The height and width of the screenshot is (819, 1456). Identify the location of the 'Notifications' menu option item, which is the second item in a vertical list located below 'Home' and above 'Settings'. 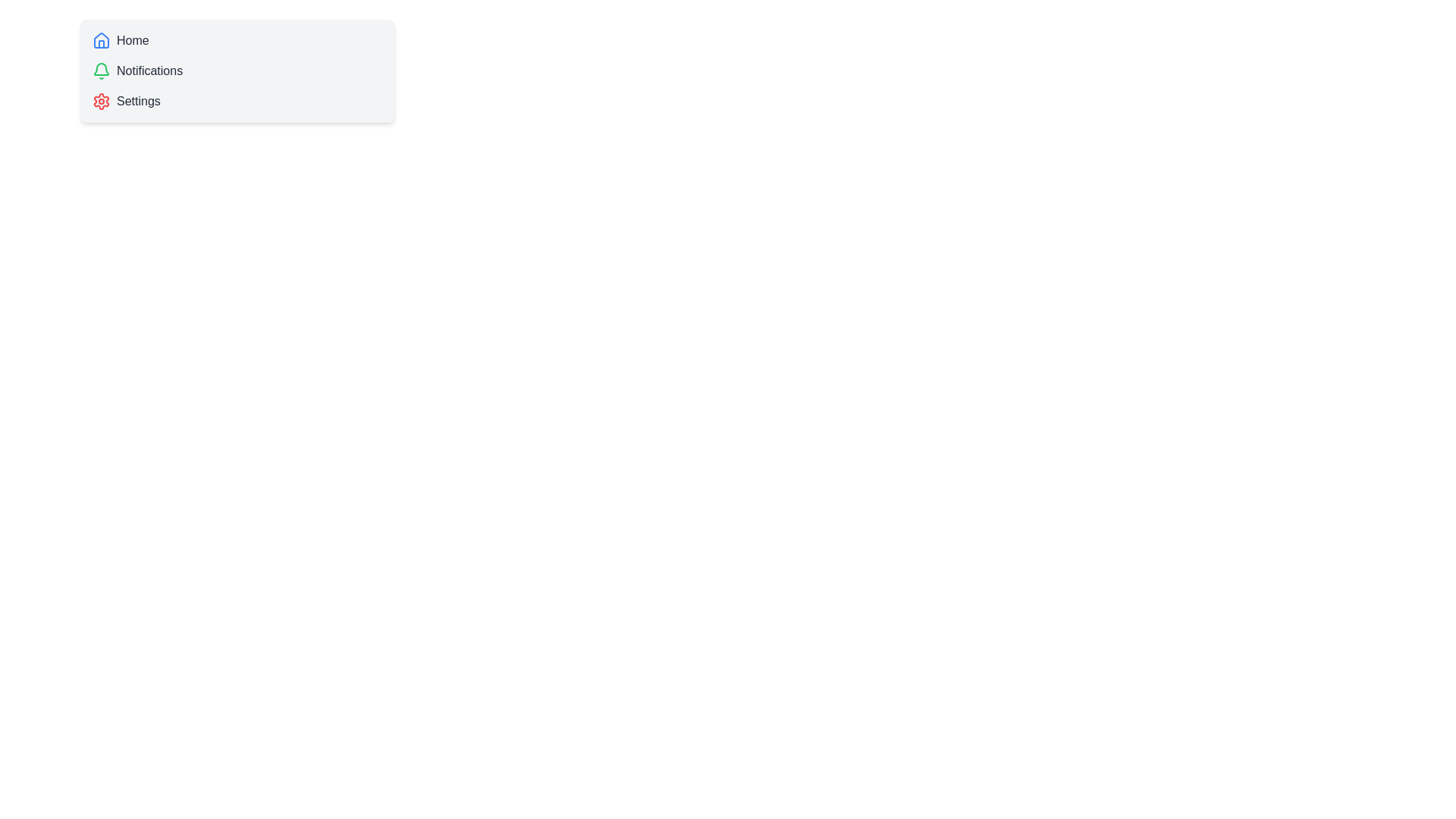
(237, 71).